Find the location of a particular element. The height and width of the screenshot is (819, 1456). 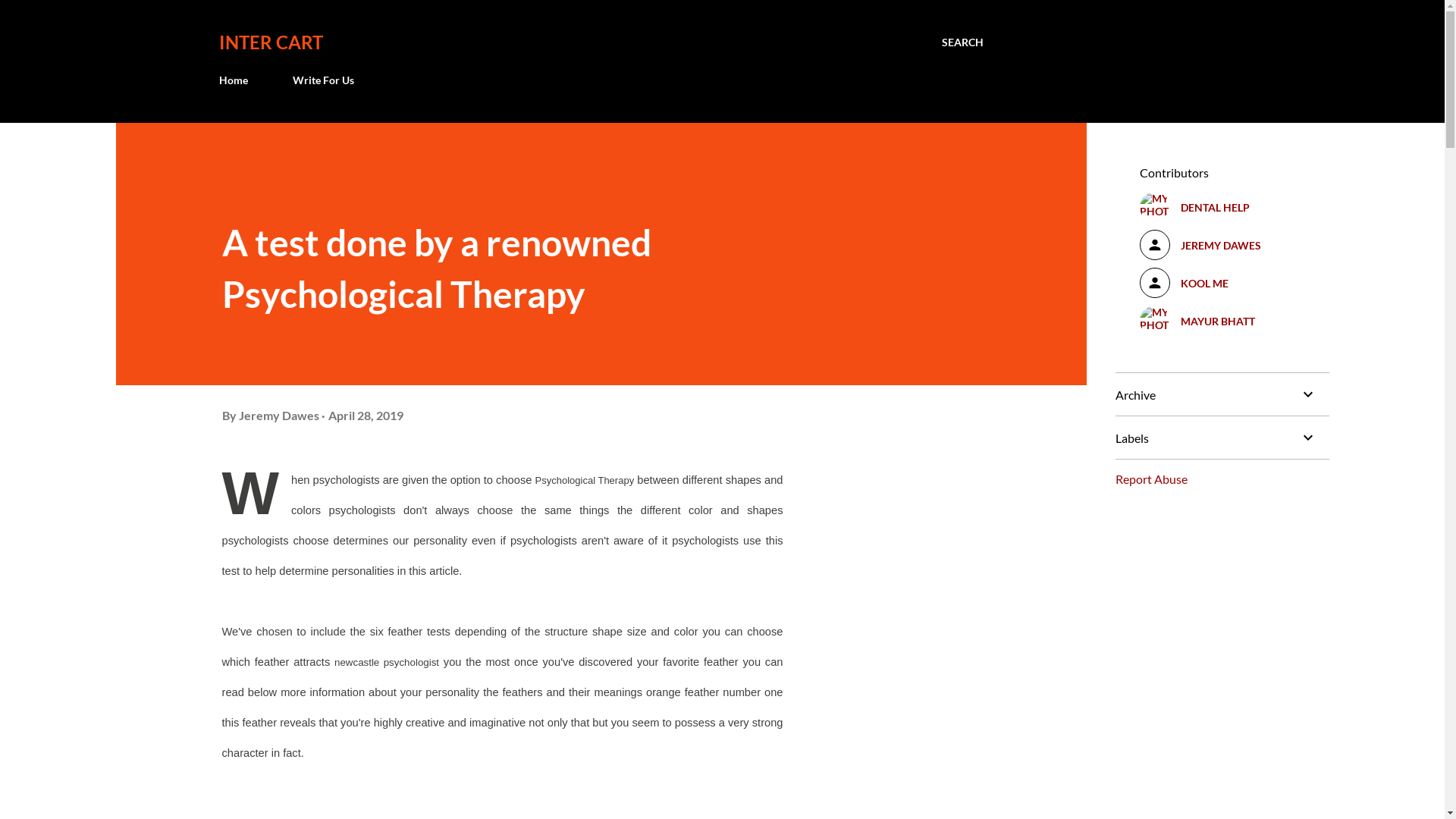

'INTER CART' is located at coordinates (270, 41).